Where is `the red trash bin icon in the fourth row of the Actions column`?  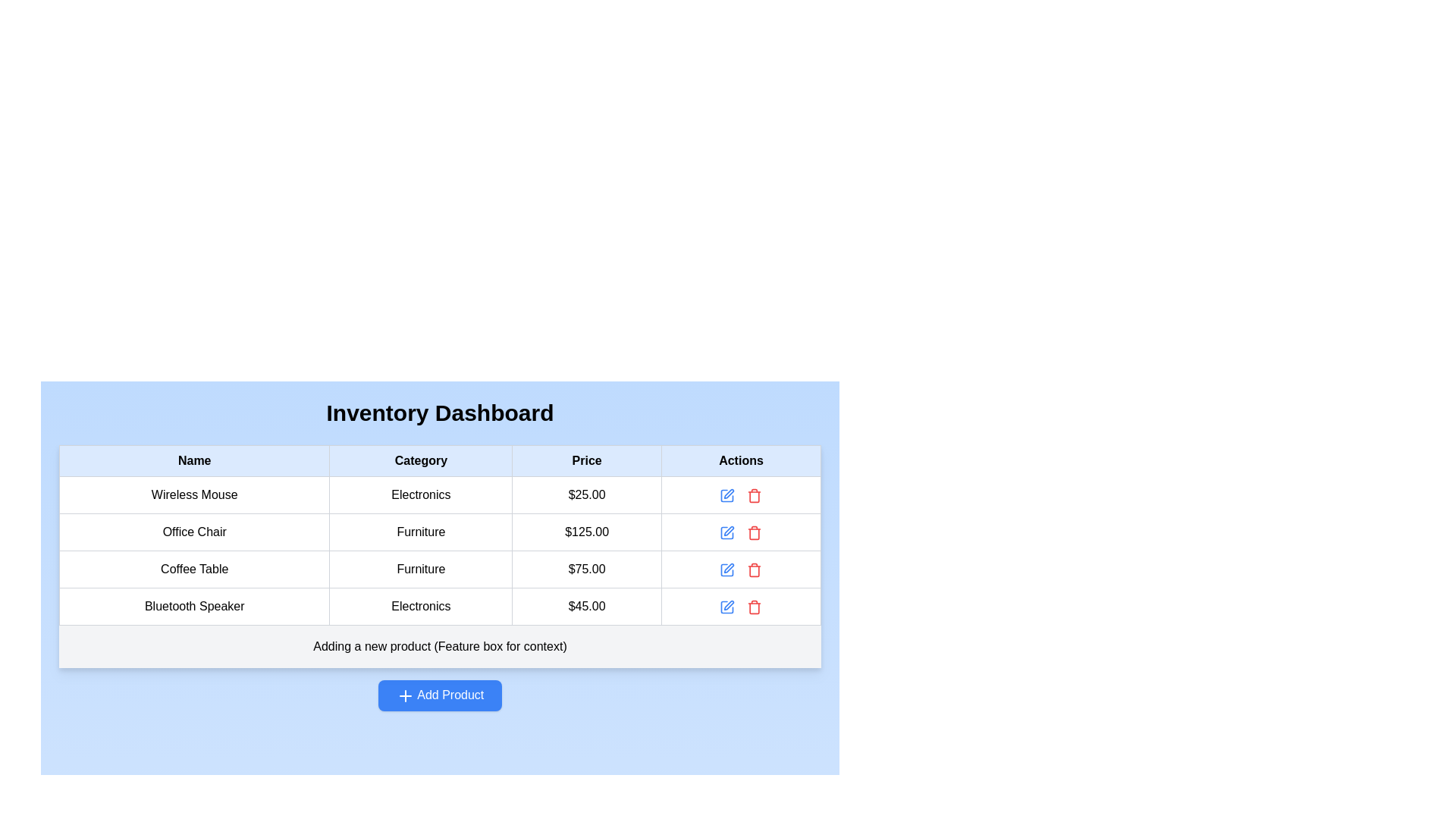
the red trash bin icon in the fourth row of the Actions column is located at coordinates (755, 571).